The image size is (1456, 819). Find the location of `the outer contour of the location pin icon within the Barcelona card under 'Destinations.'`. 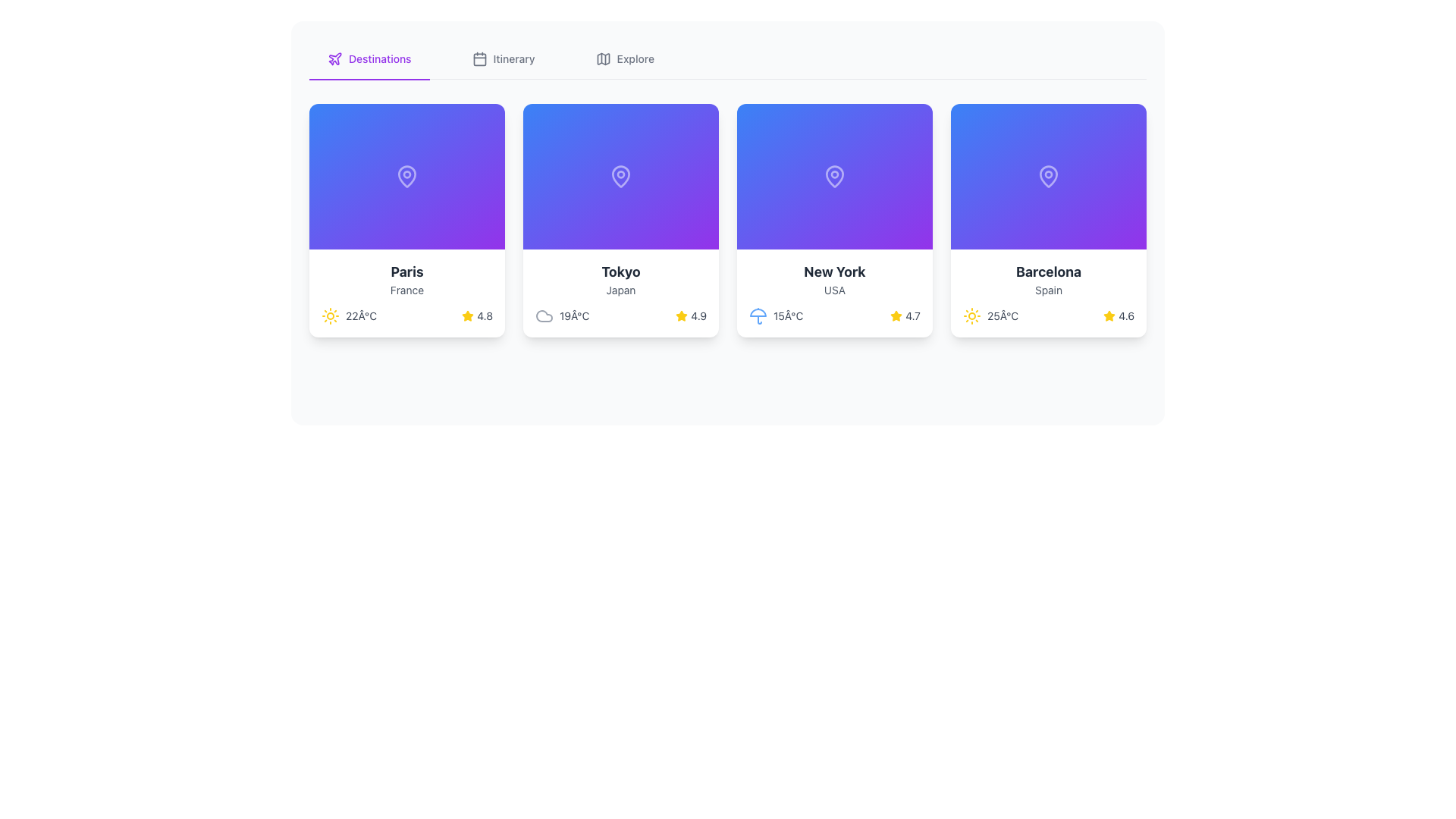

the outer contour of the location pin icon within the Barcelona card under 'Destinations.' is located at coordinates (1047, 174).